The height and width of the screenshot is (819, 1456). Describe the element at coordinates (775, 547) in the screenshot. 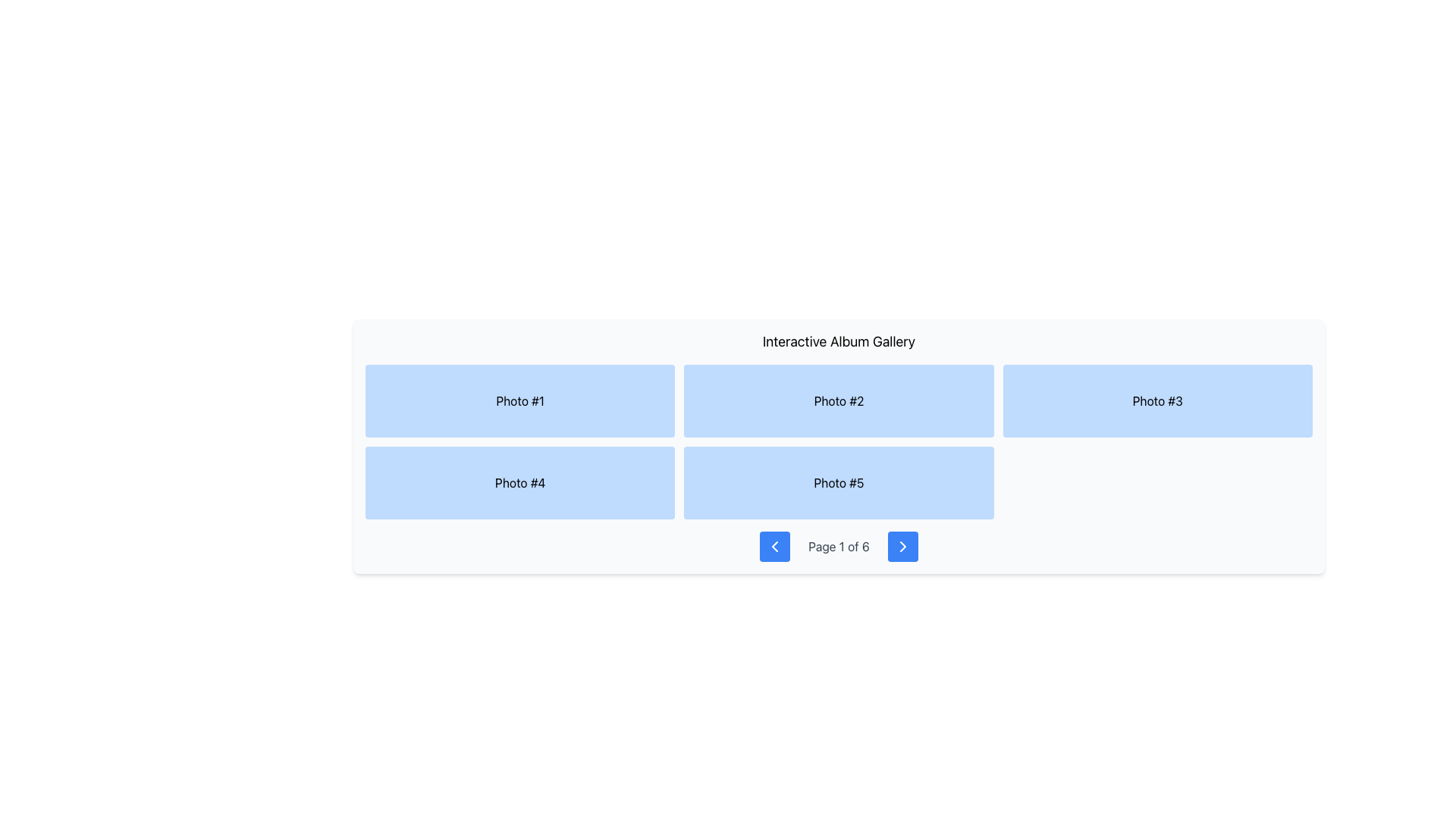

I see `the blue button with a left-pointing chevron icon located in the pagination bar at the bottom center of the interface` at that location.